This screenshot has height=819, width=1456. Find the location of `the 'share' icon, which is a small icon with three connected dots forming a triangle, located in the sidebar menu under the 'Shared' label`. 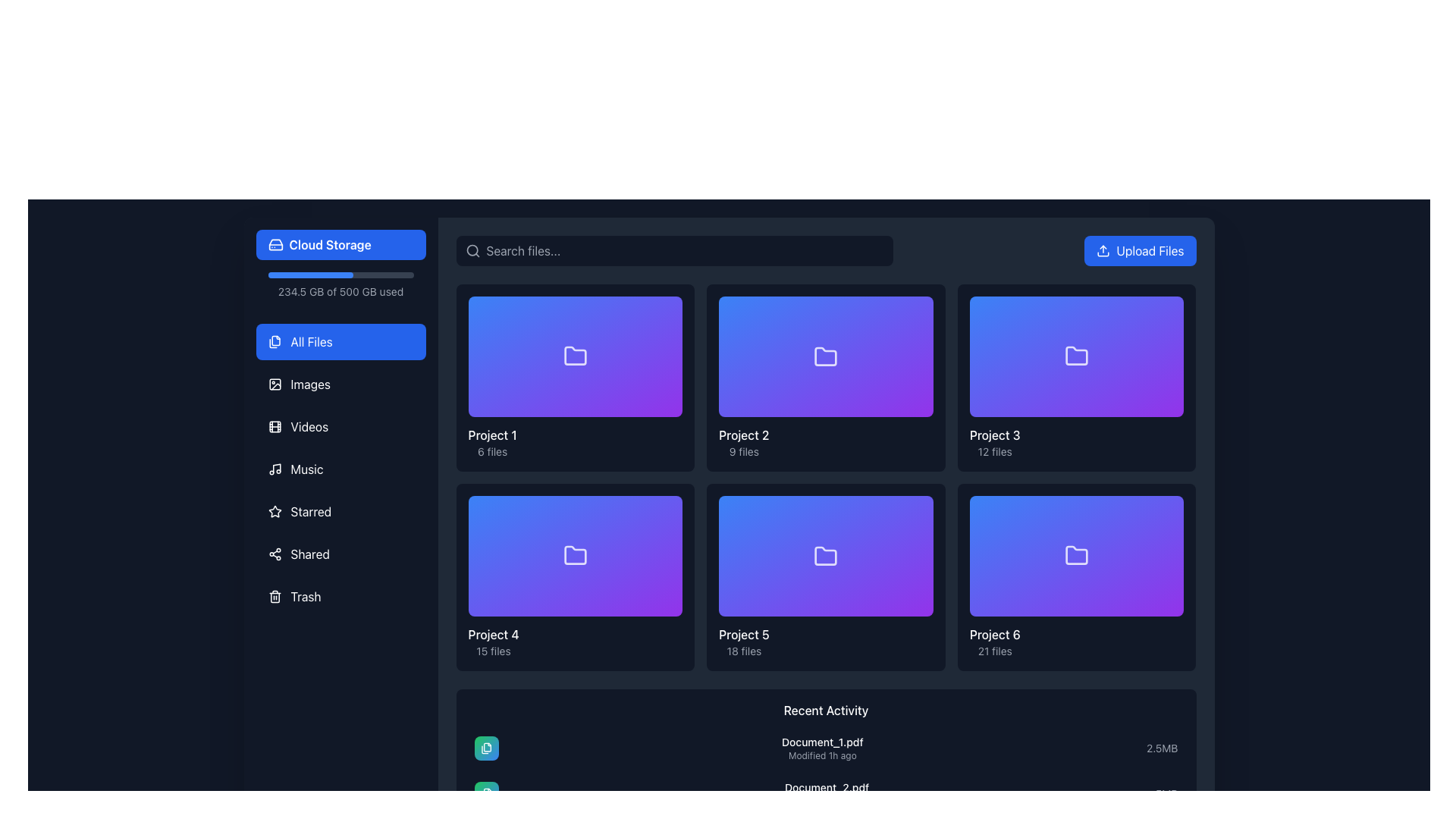

the 'share' icon, which is a small icon with three connected dots forming a triangle, located in the sidebar menu under the 'Shared' label is located at coordinates (275, 554).